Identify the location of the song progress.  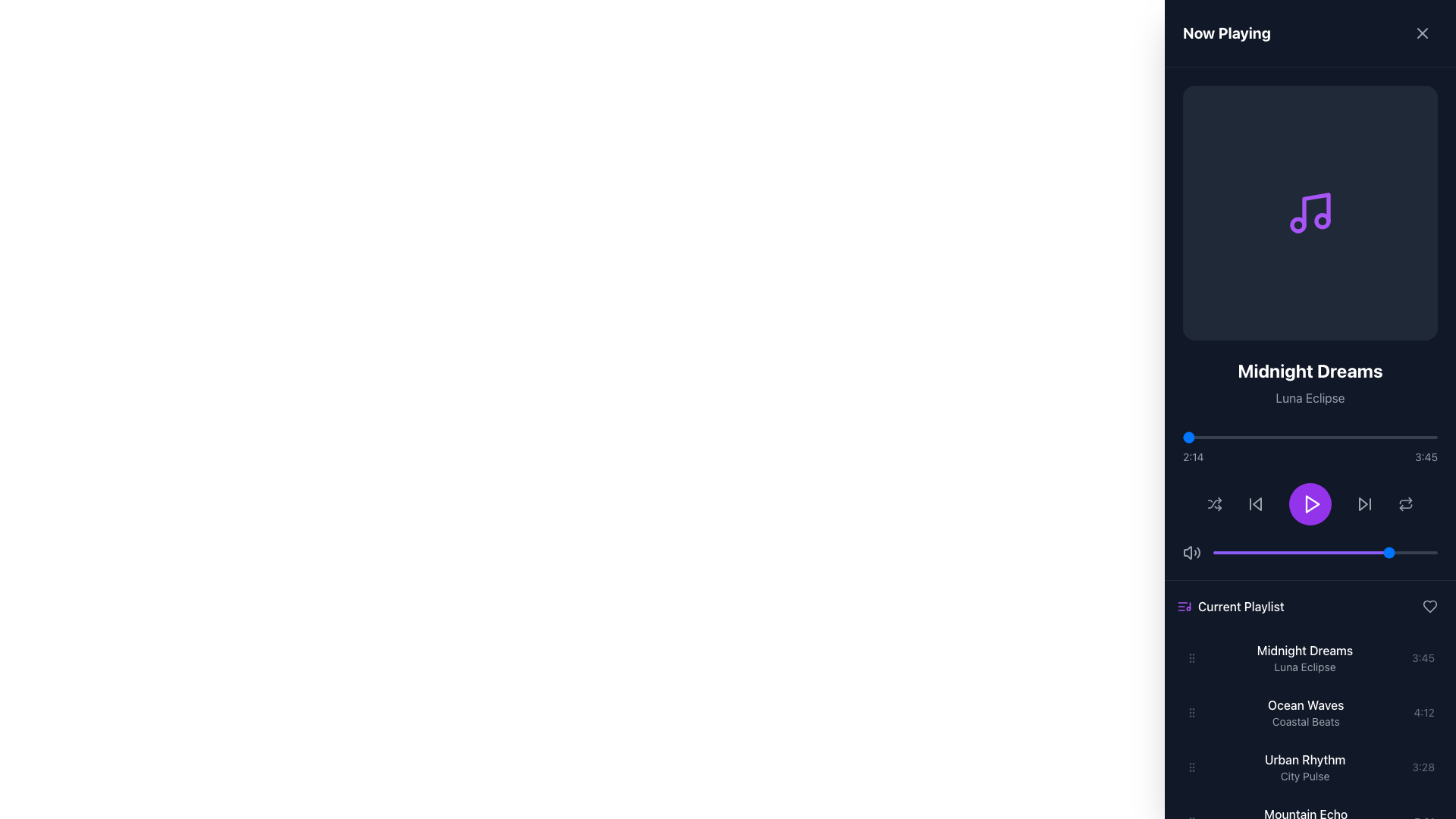
(1187, 438).